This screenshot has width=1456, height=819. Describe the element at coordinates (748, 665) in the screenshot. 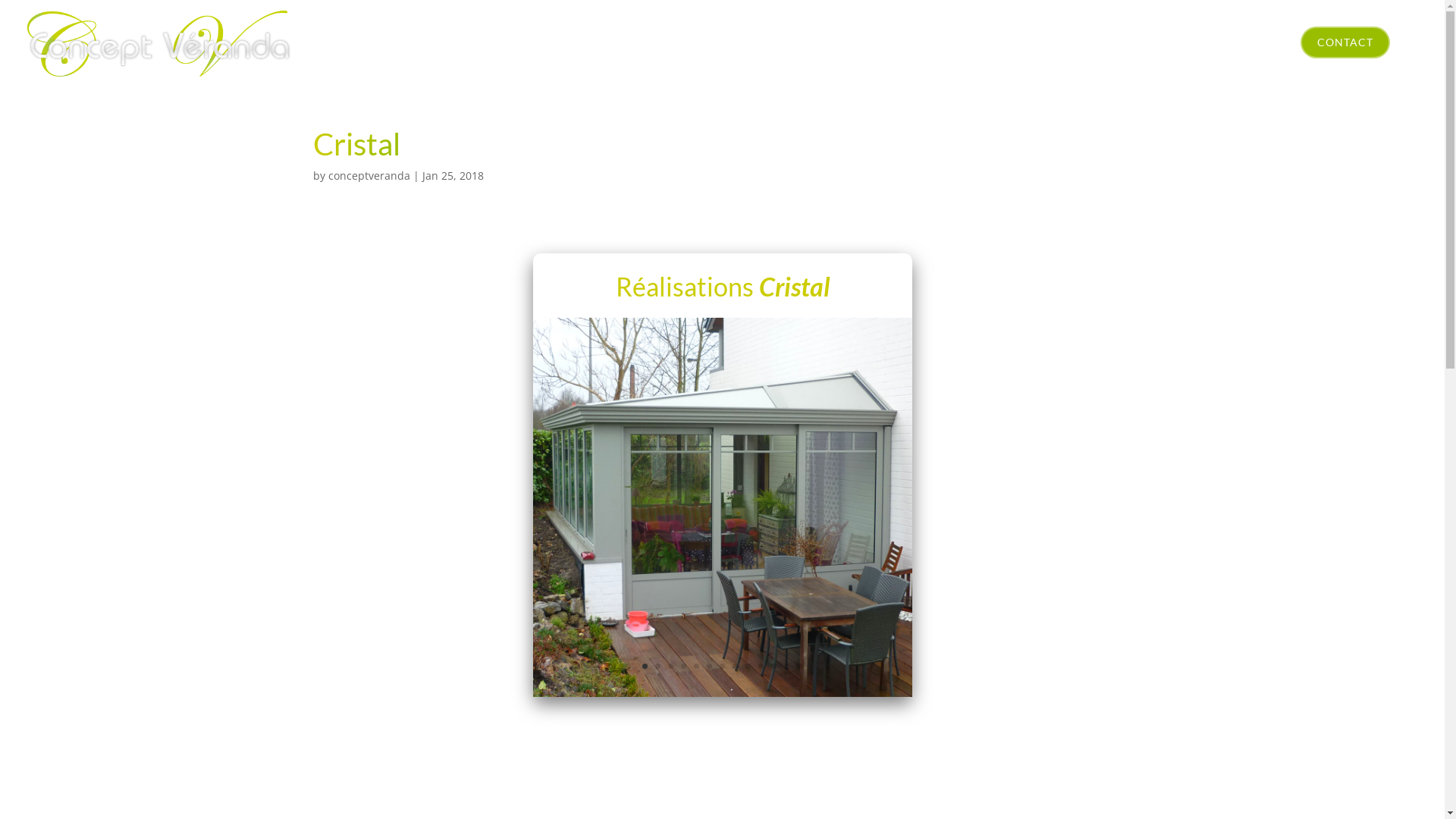

I see `'9'` at that location.